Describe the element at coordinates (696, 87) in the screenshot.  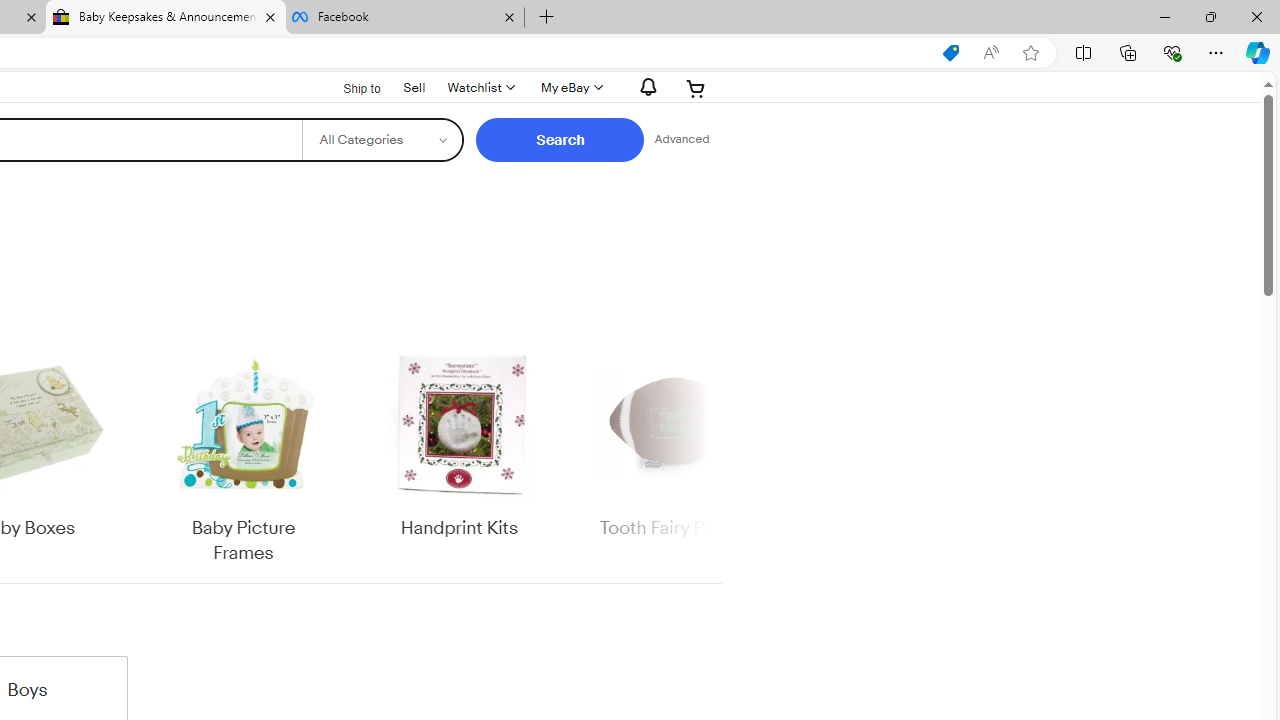
I see `'Your shopping cart'` at that location.